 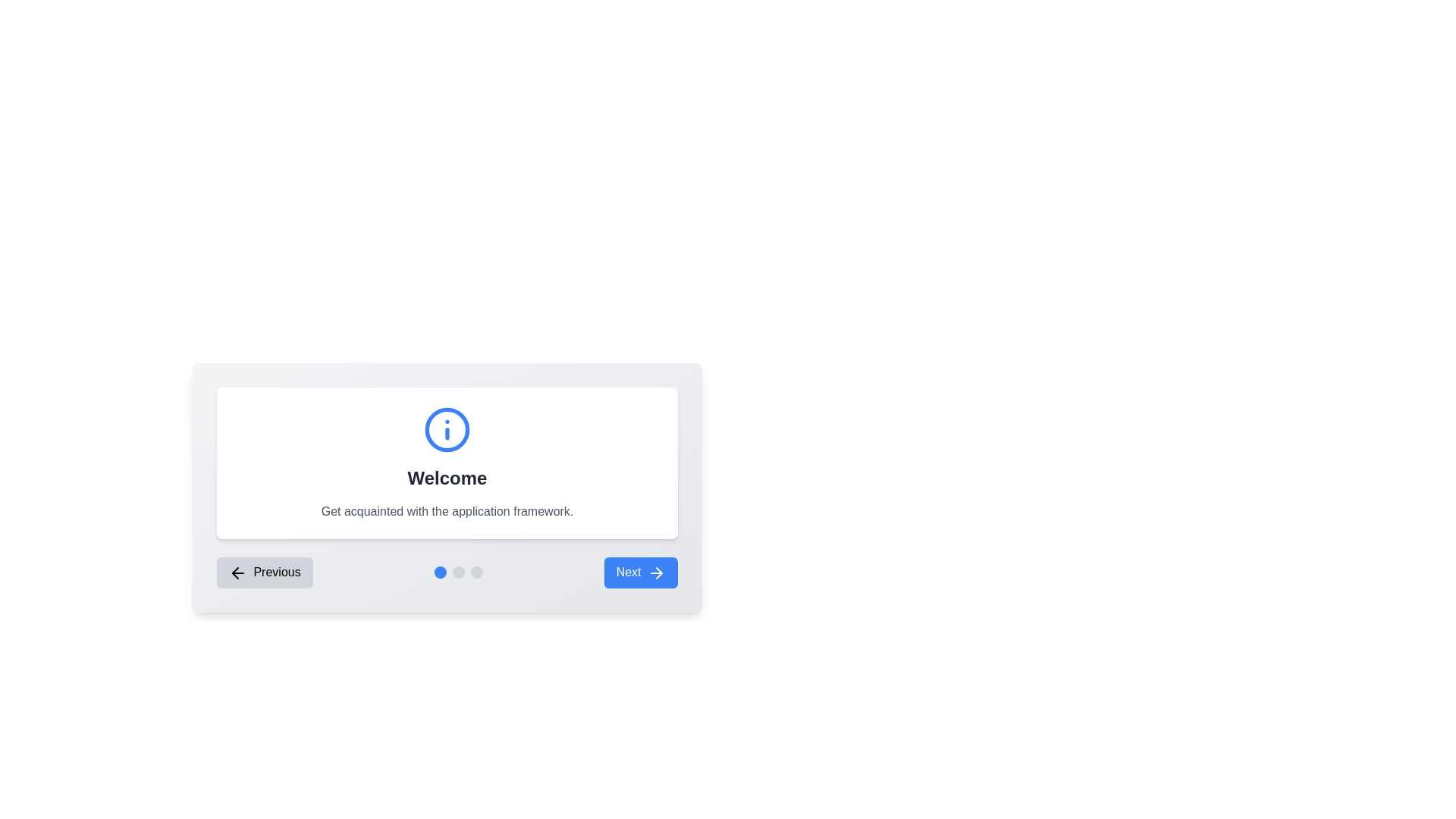 I want to click on the second pagination indicator dot located at the center bottom of the interface, so click(x=457, y=573).